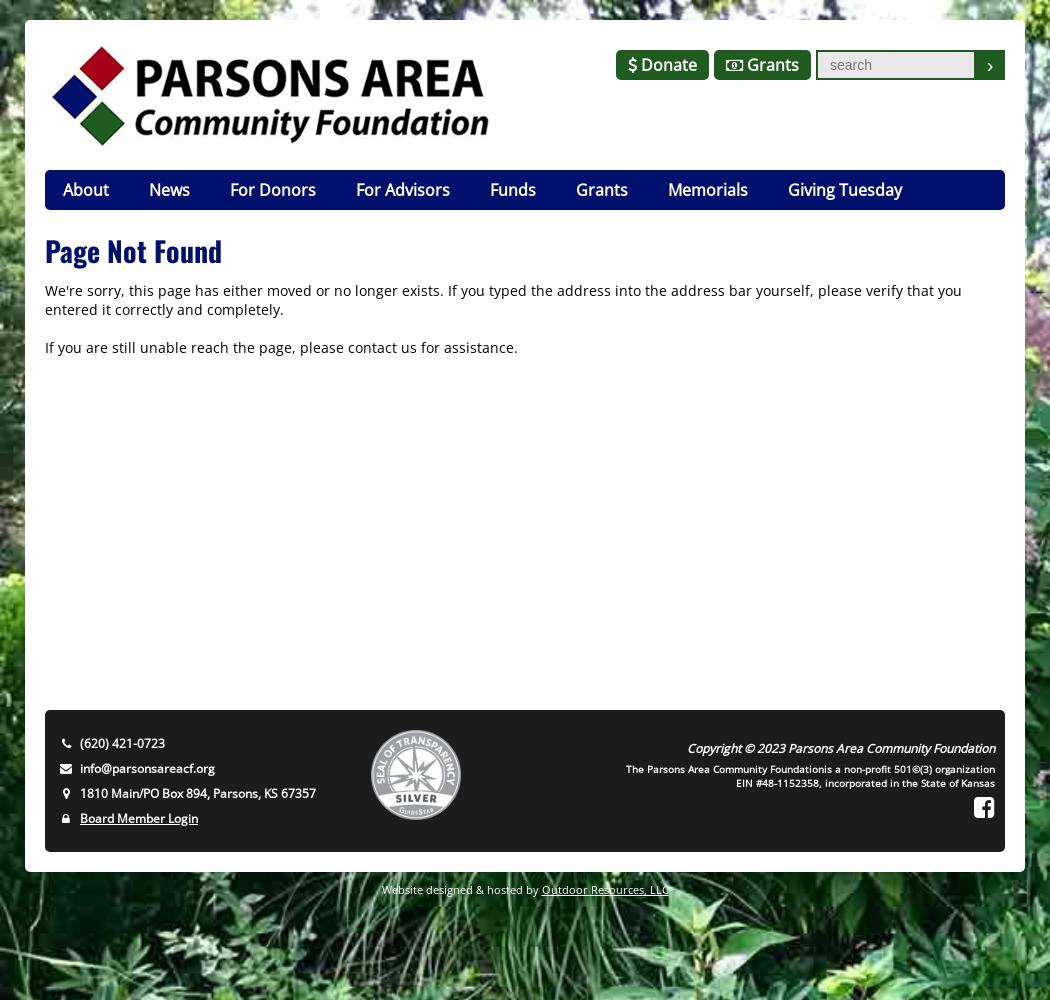 The width and height of the screenshot is (1050, 1000). I want to click on 'Website designed & hosted by', so click(460, 889).